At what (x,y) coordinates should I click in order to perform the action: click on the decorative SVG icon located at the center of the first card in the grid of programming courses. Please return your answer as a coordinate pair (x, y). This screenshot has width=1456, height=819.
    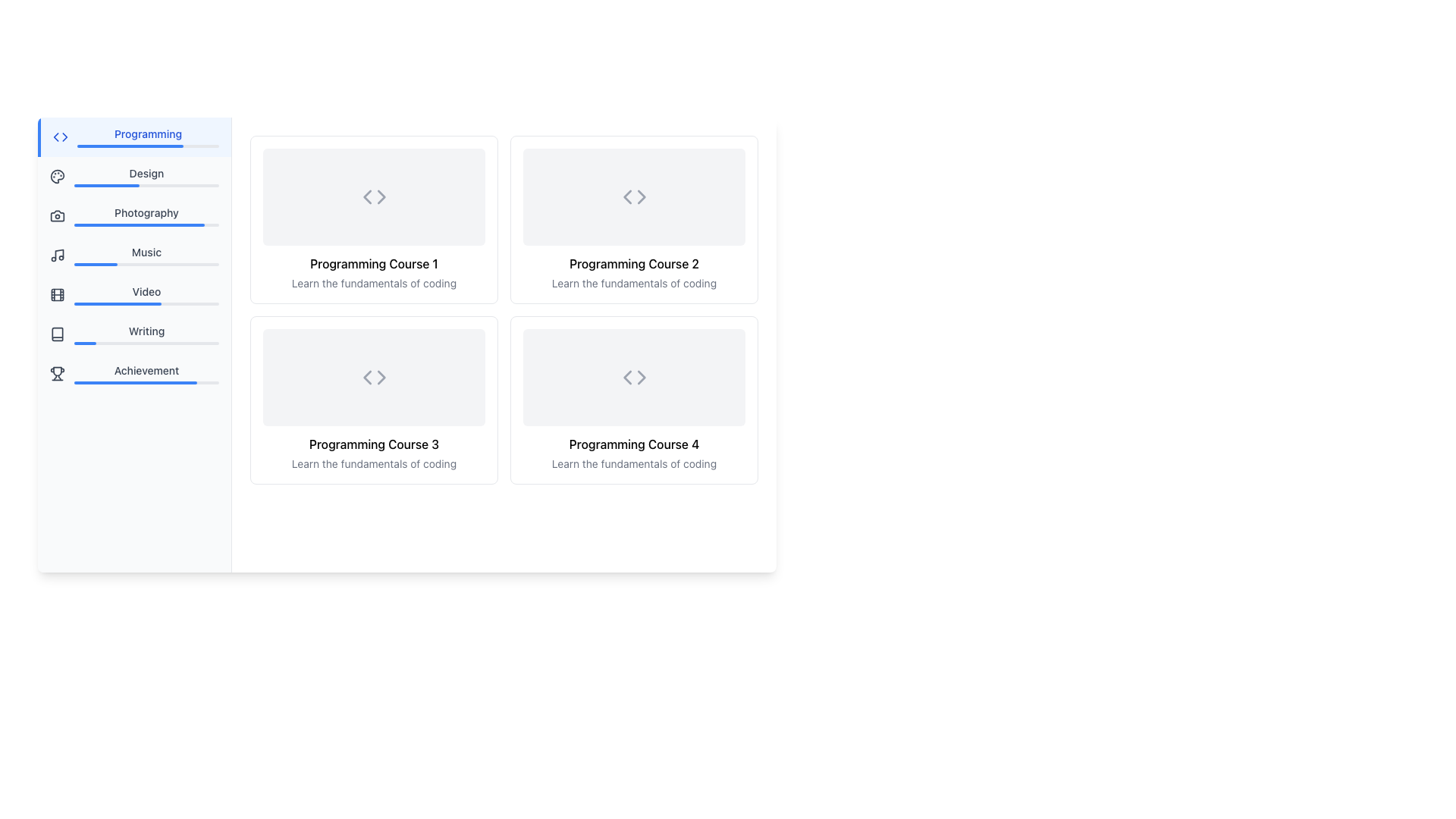
    Looking at the image, I should click on (374, 196).